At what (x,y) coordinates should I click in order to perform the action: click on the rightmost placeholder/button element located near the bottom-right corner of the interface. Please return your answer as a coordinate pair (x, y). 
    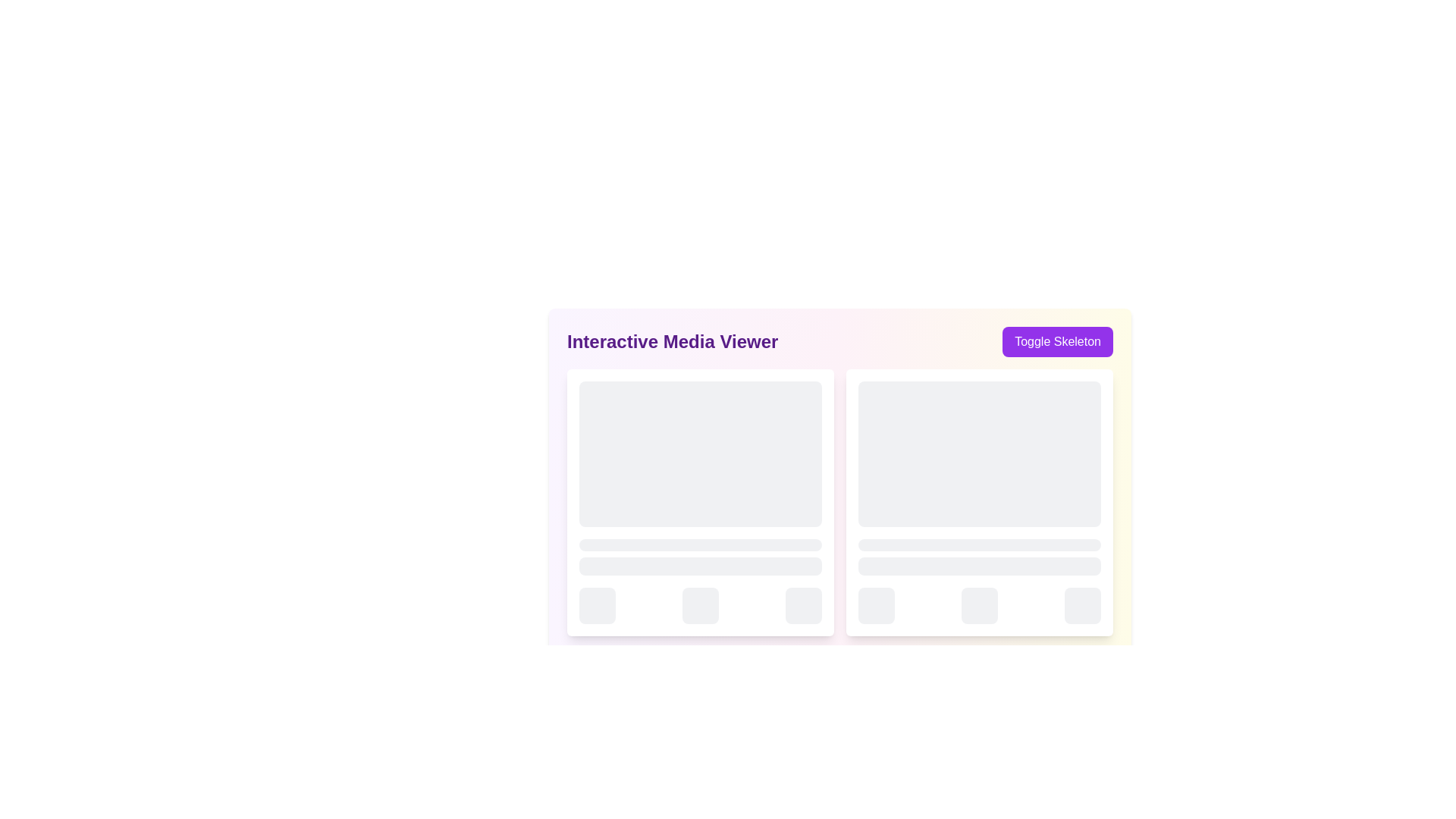
    Looking at the image, I should click on (1082, 604).